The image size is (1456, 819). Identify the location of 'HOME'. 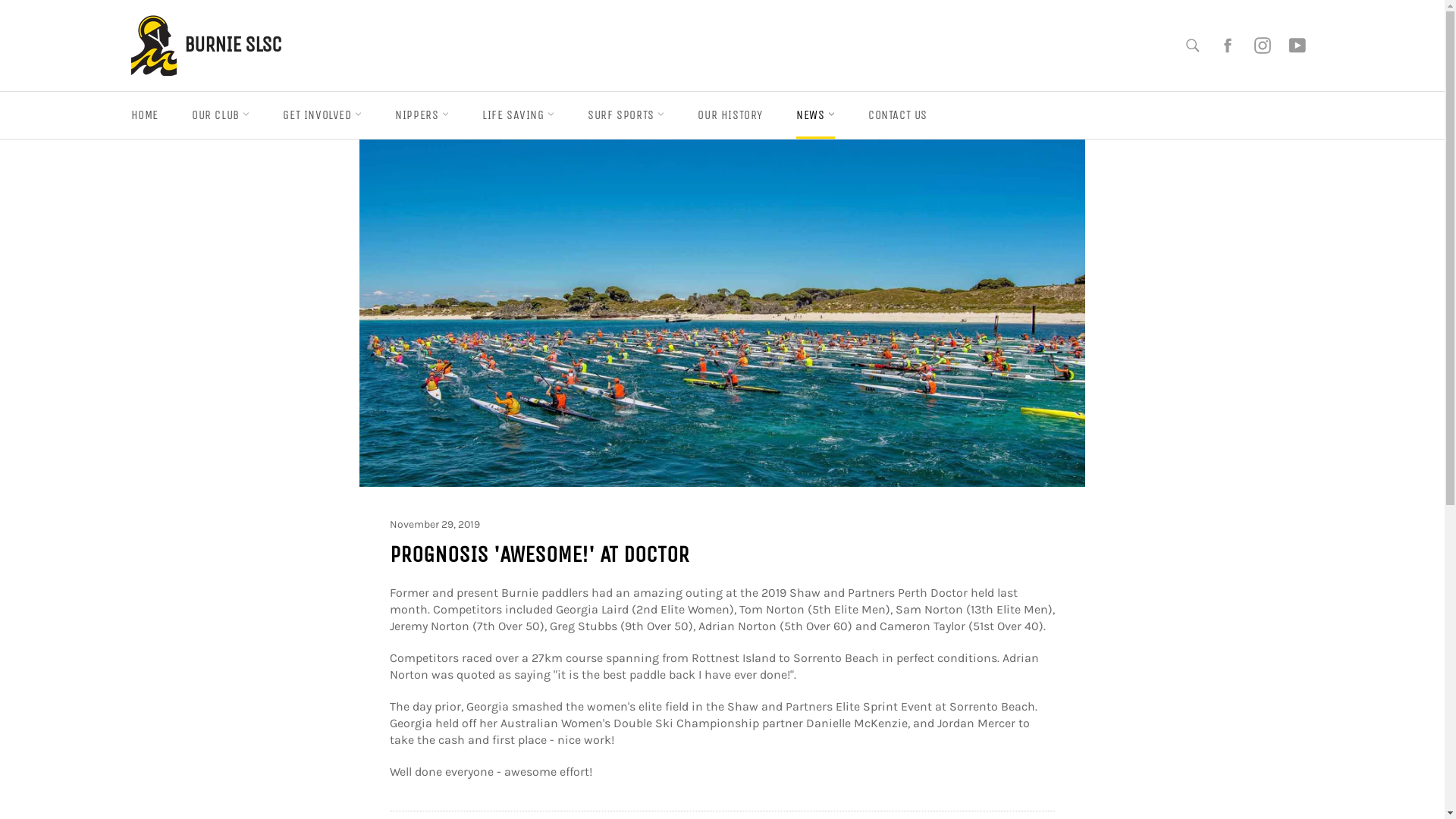
(144, 114).